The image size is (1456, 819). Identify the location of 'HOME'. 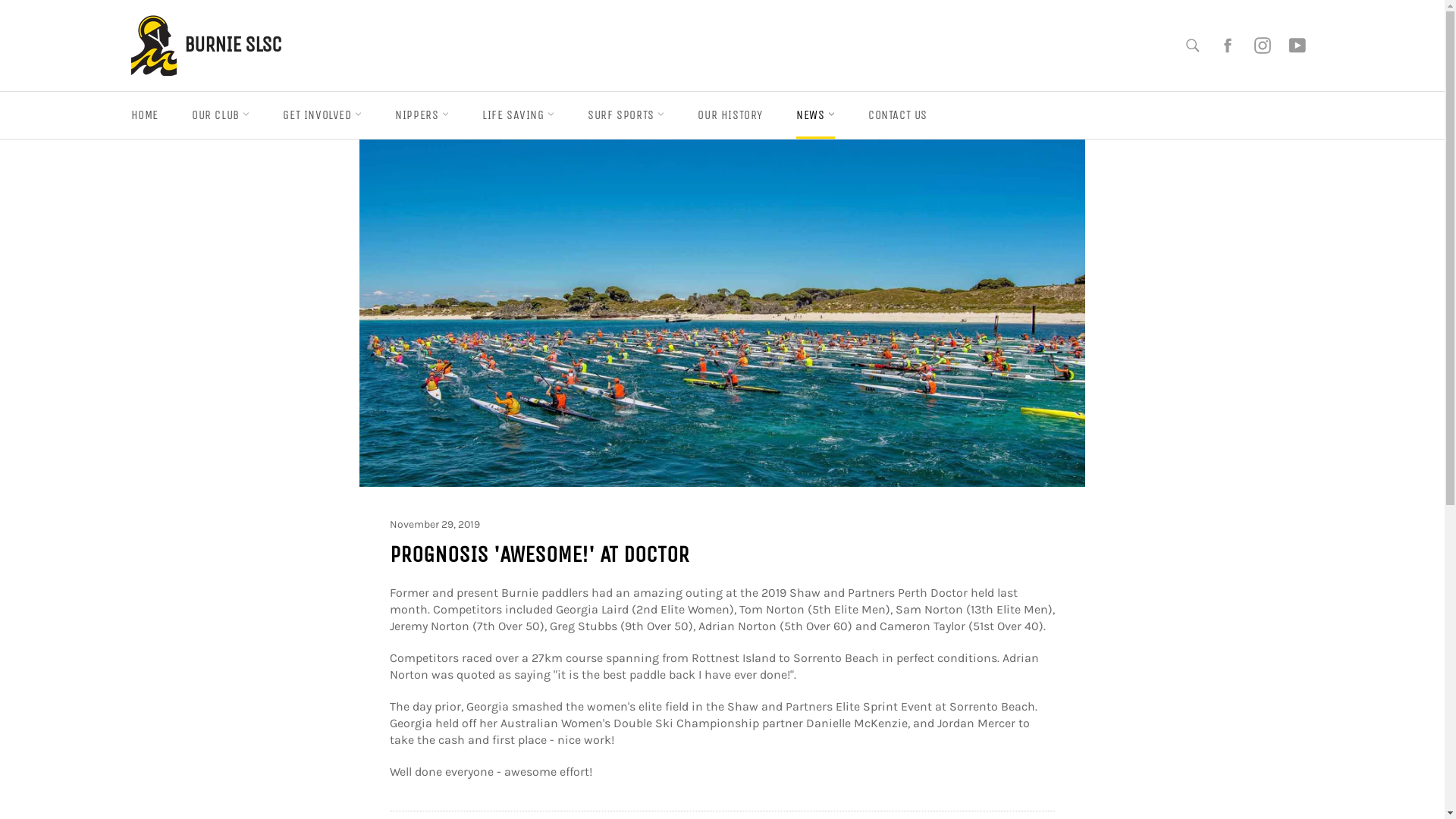
(144, 114).